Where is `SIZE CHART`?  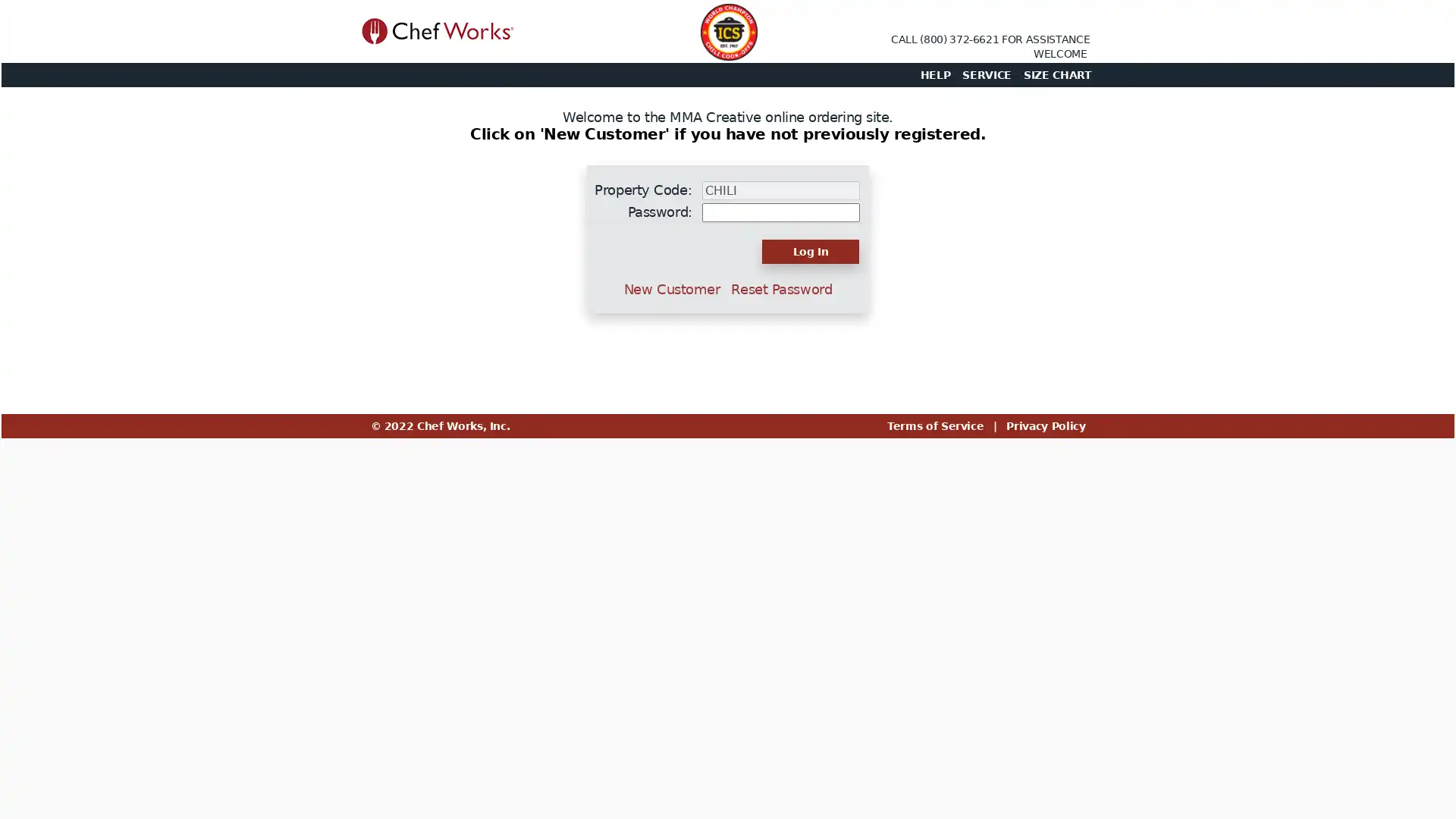
SIZE CHART is located at coordinates (1056, 75).